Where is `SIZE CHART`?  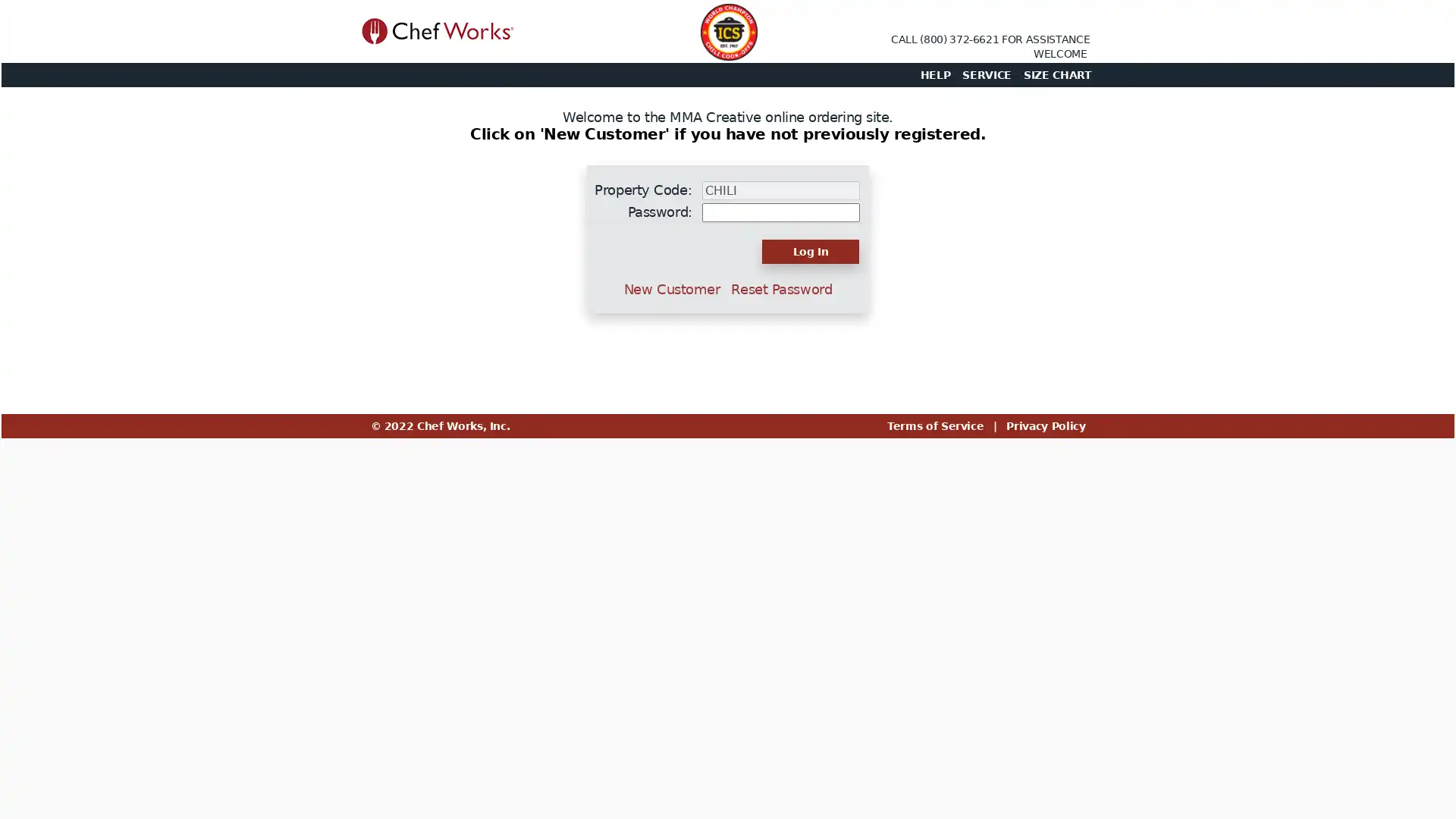
SIZE CHART is located at coordinates (1056, 75).